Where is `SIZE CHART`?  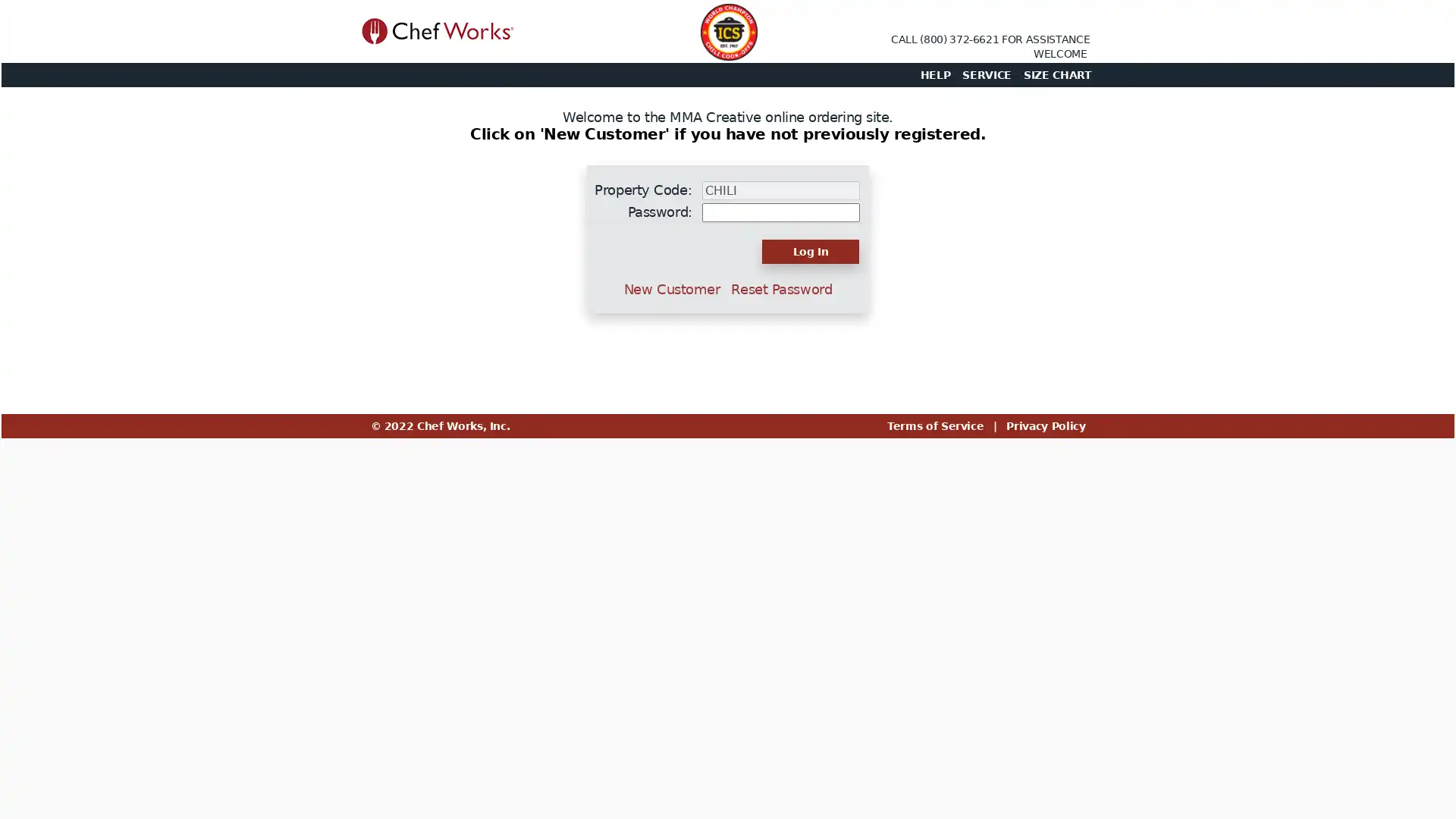
SIZE CHART is located at coordinates (1056, 75).